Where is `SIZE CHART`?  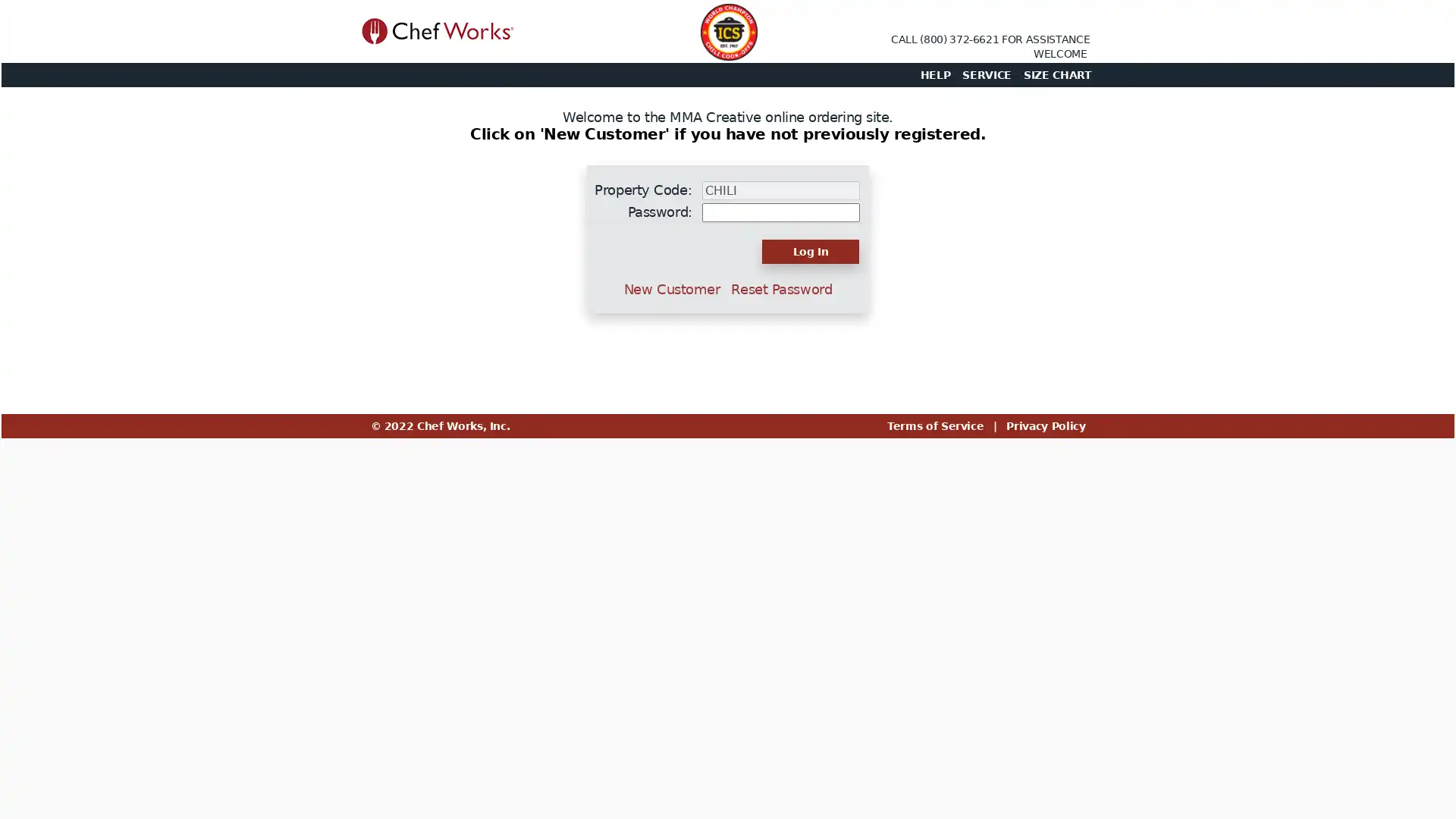
SIZE CHART is located at coordinates (1056, 75).